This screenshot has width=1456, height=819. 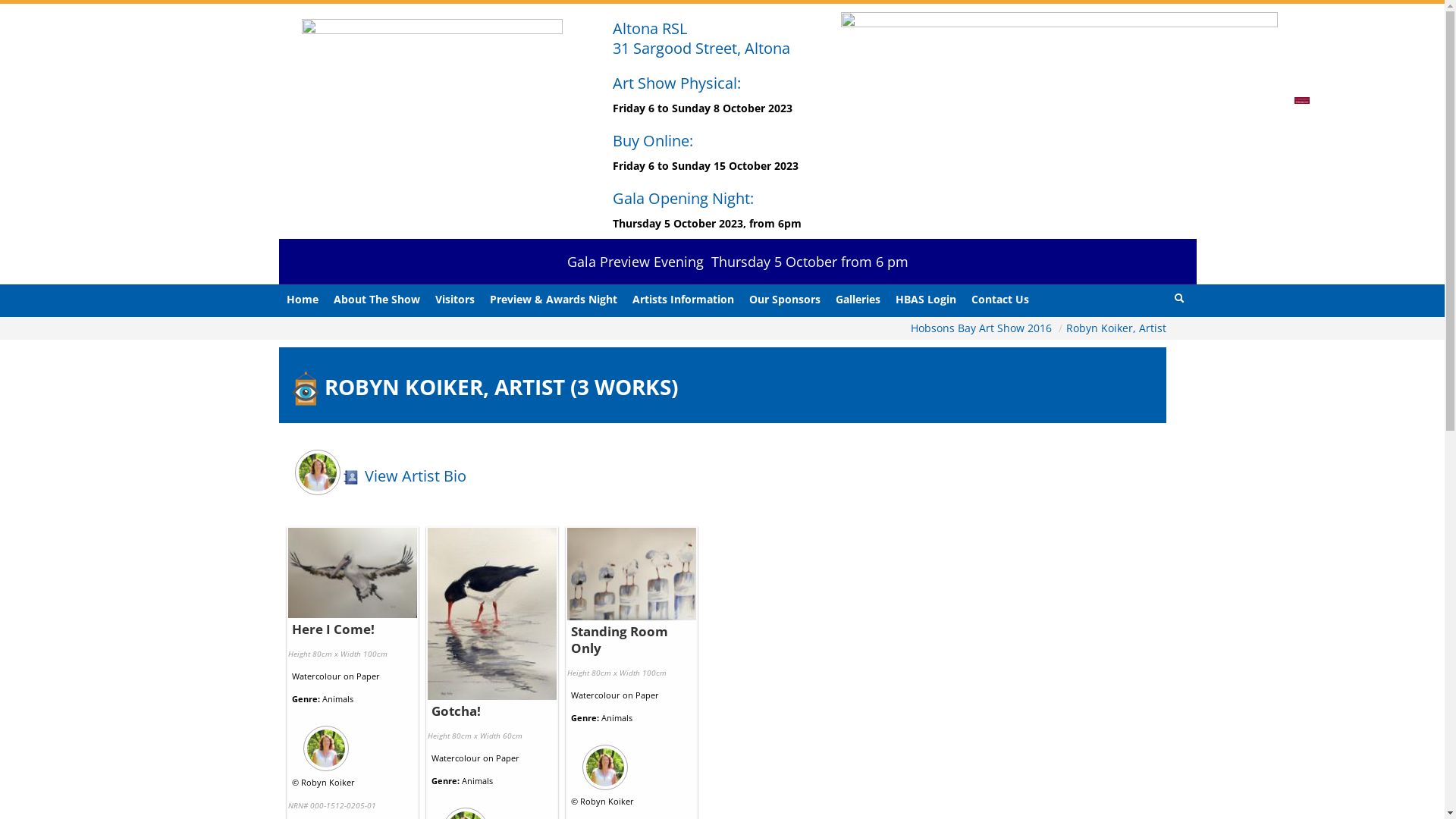 What do you see at coordinates (982, 327) in the screenshot?
I see `'Hobsons Bay Art Show 2016'` at bounding box center [982, 327].